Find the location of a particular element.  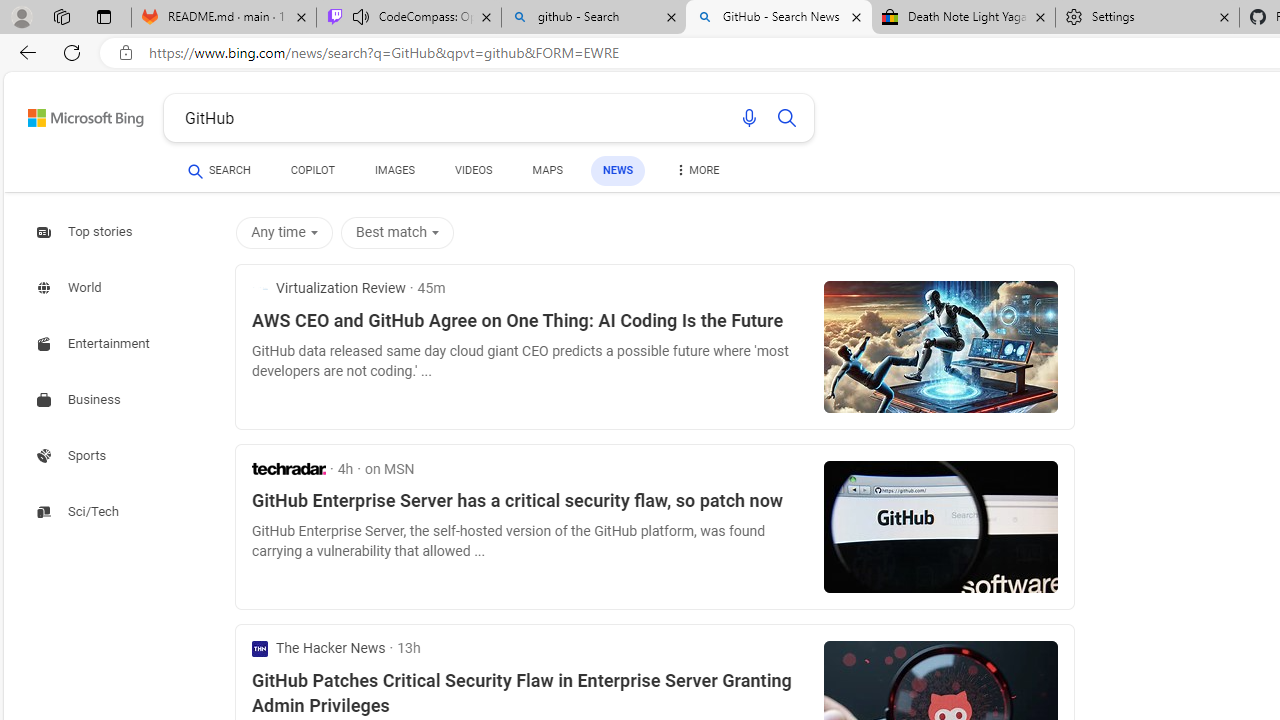

'Search news from Virtualization Review' is located at coordinates (328, 288).